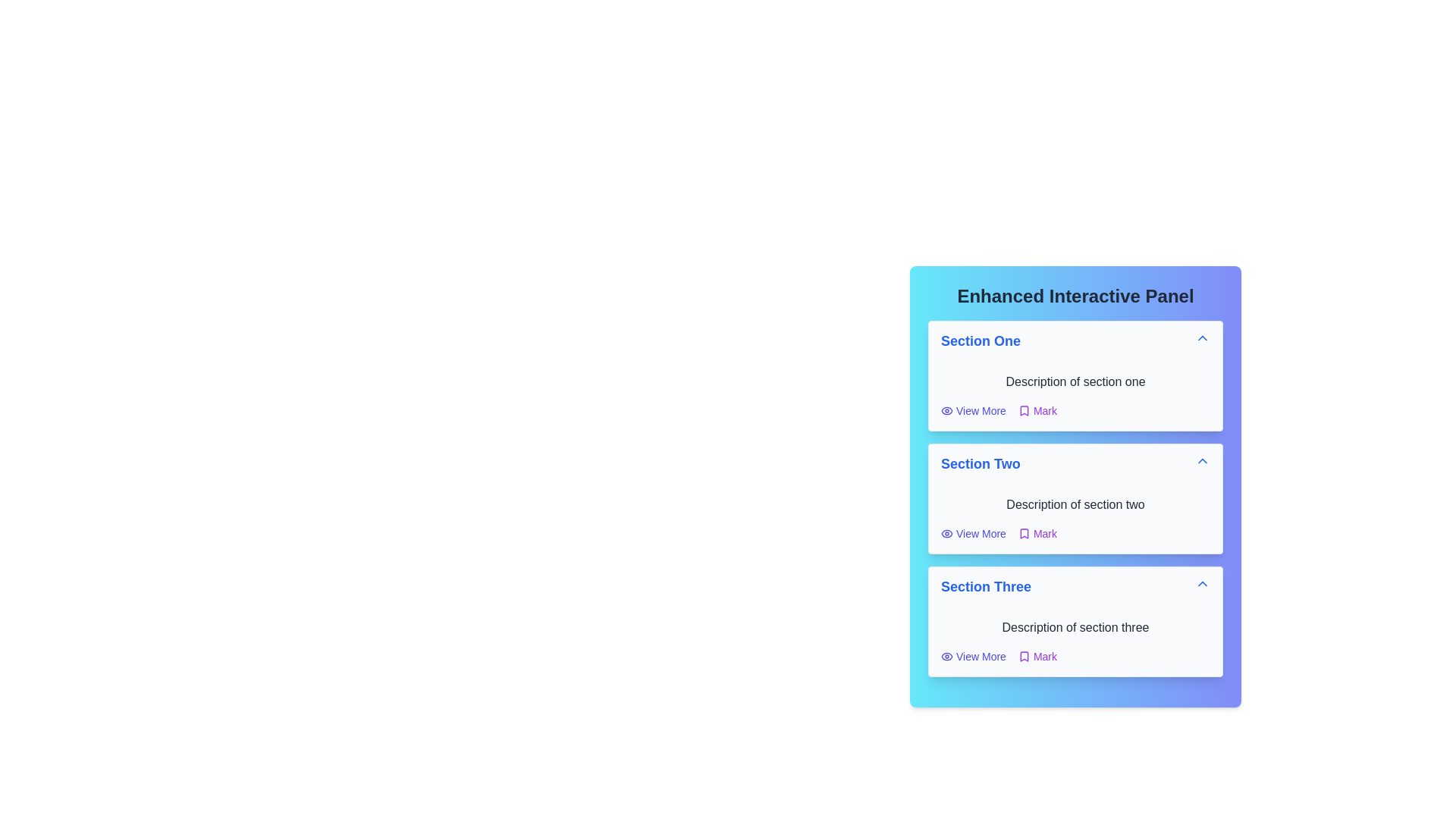 This screenshot has width=1456, height=819. Describe the element at coordinates (981, 341) in the screenshot. I see `the text label that serves as the title for the first section of the panel, providing context or navigation aid to the user` at that location.